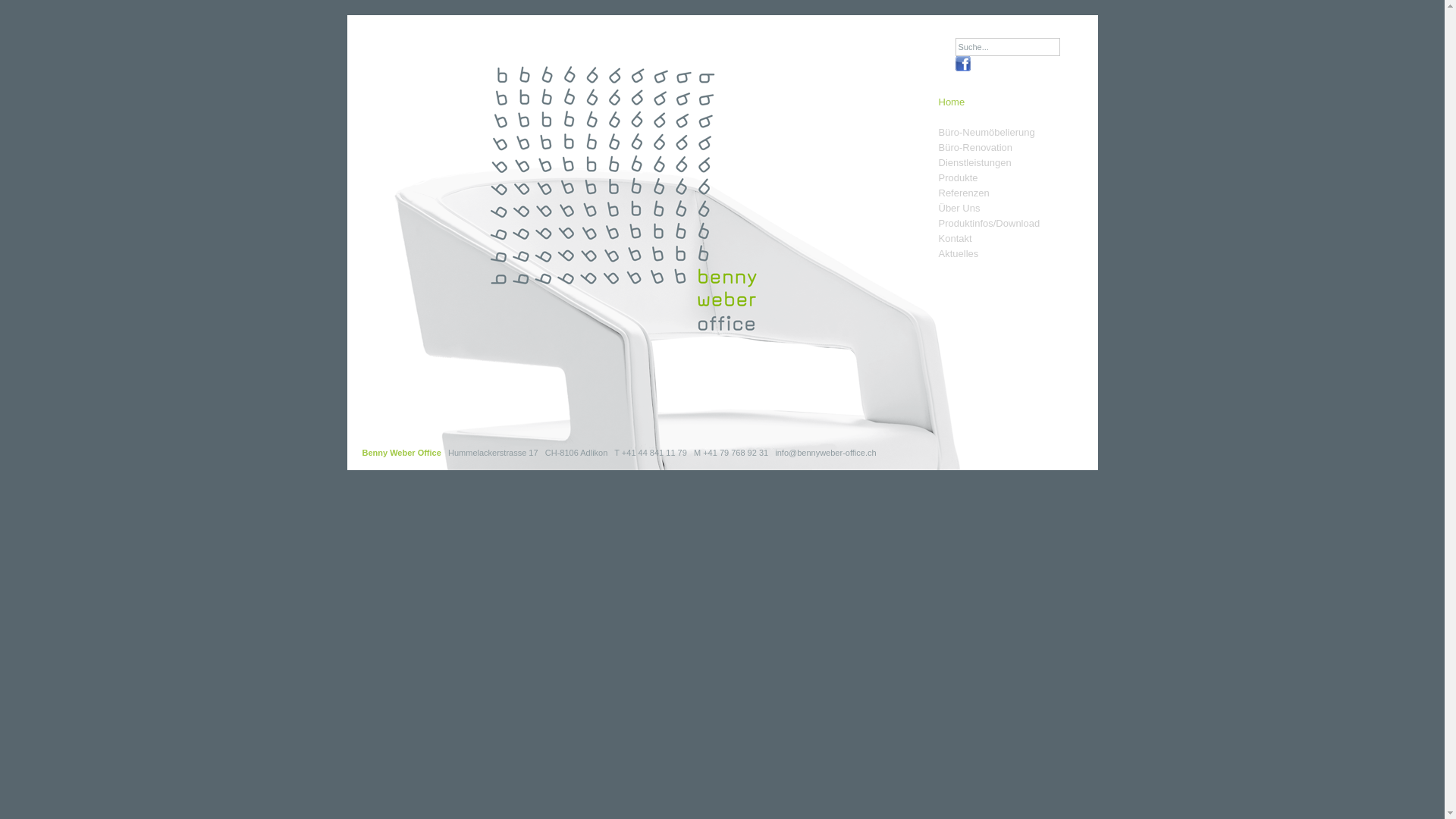 This screenshot has width=1456, height=819. I want to click on 'Produktinfos/Download', so click(990, 223).